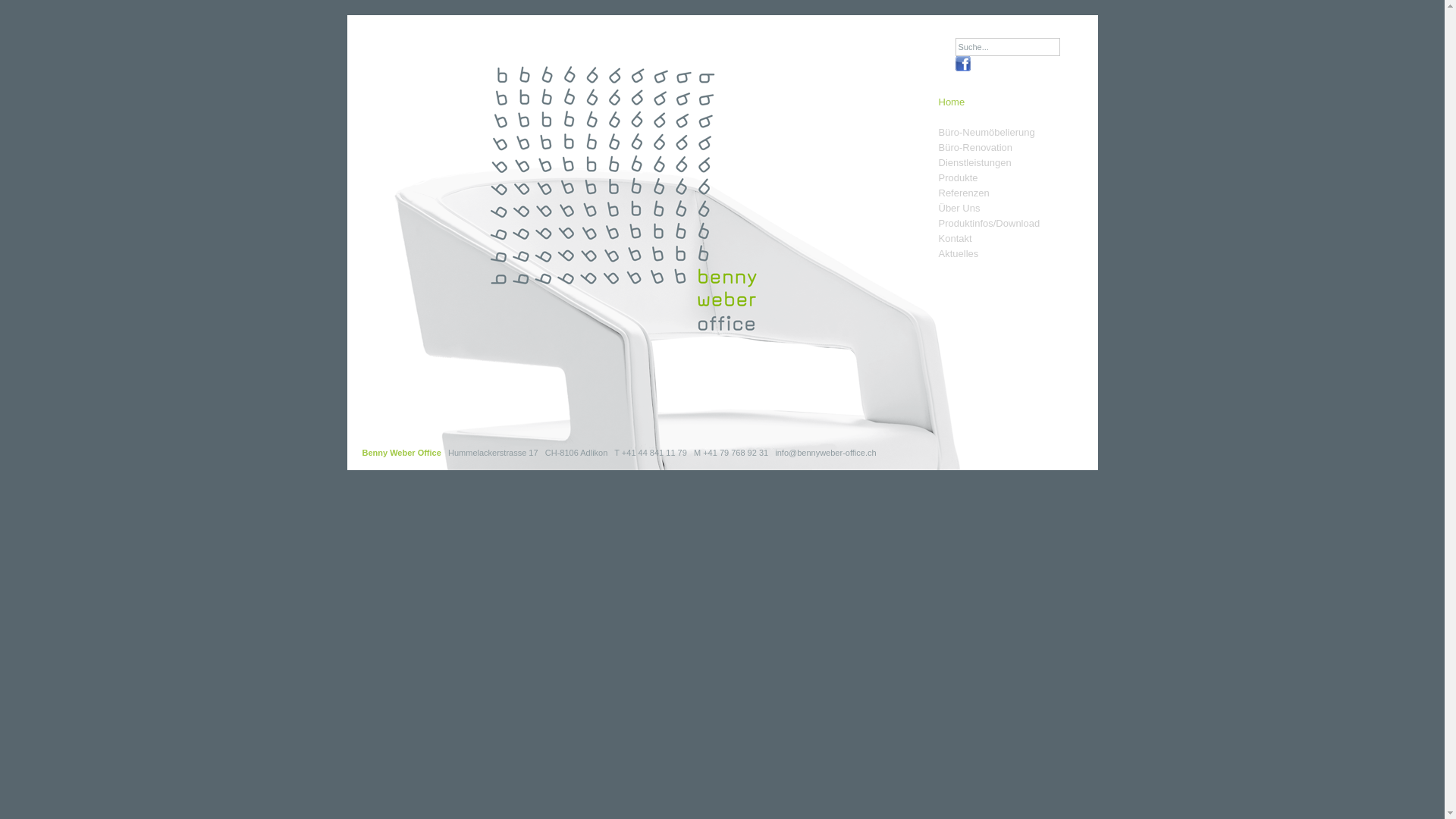 This screenshot has width=1456, height=819. I want to click on 'Produktinfos/Download', so click(990, 223).